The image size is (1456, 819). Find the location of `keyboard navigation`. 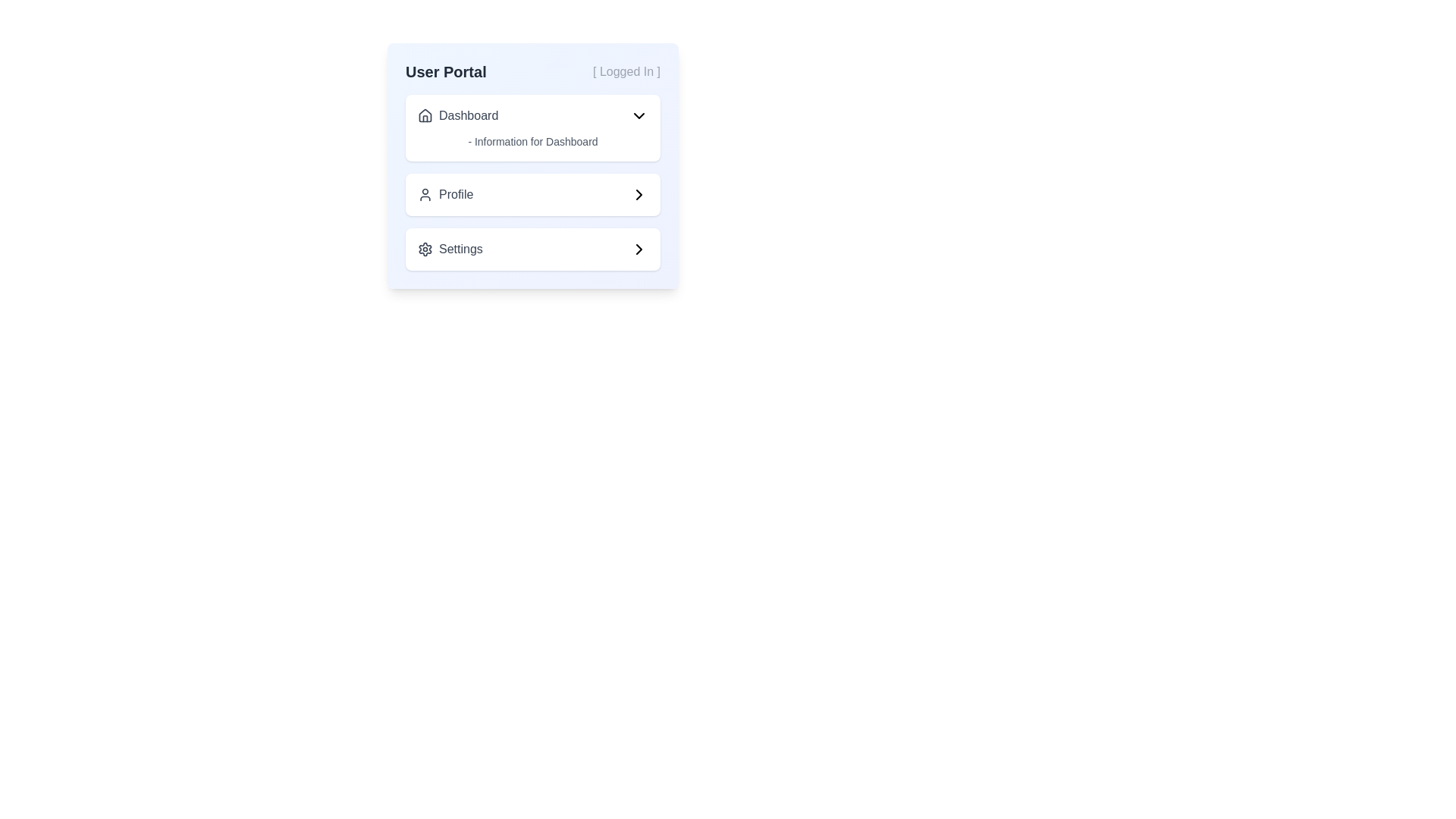

keyboard navigation is located at coordinates (532, 115).